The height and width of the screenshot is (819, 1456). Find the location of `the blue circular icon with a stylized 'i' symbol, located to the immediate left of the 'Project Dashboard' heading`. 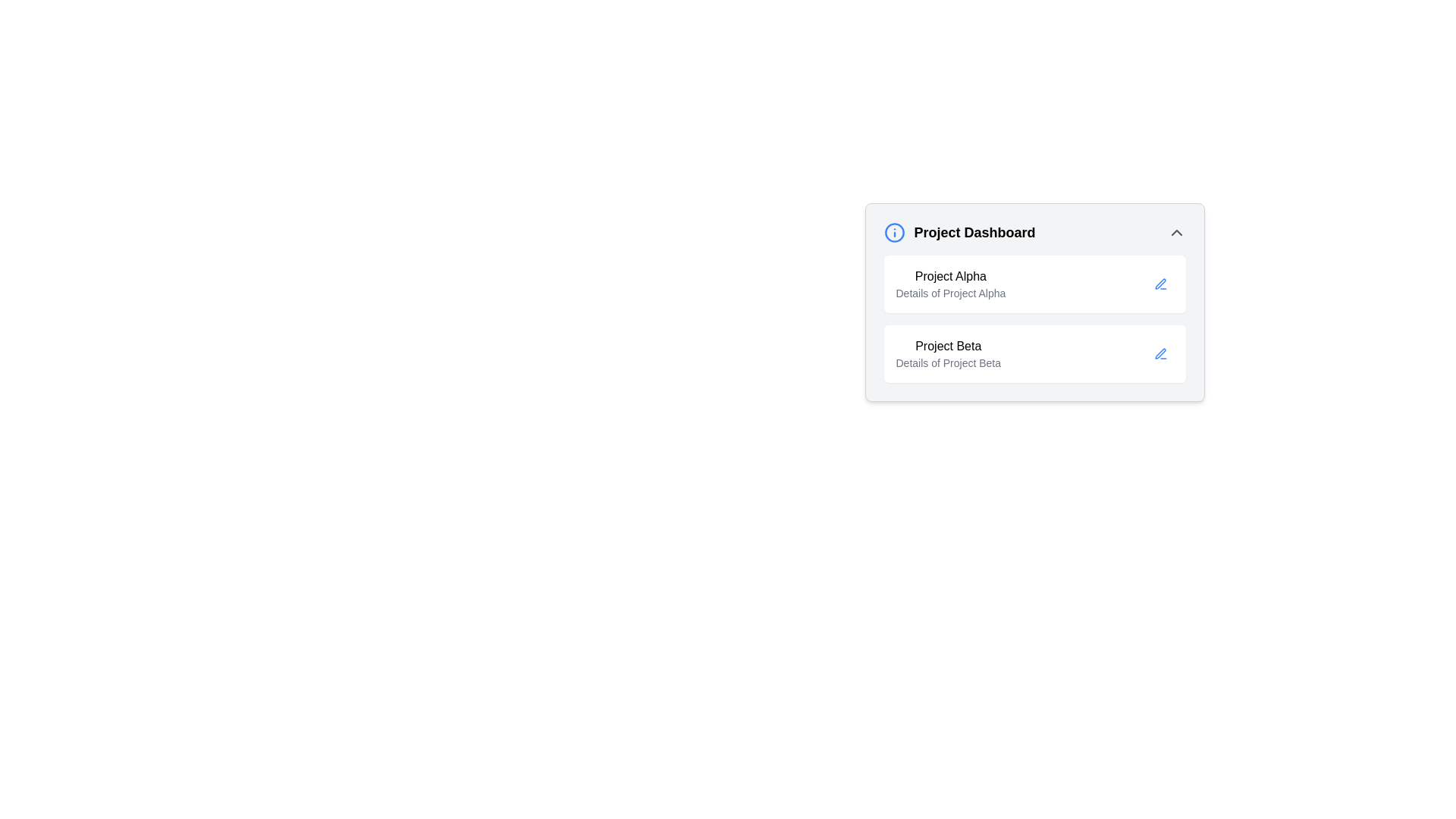

the blue circular icon with a stylized 'i' symbol, located to the immediate left of the 'Project Dashboard' heading is located at coordinates (894, 233).